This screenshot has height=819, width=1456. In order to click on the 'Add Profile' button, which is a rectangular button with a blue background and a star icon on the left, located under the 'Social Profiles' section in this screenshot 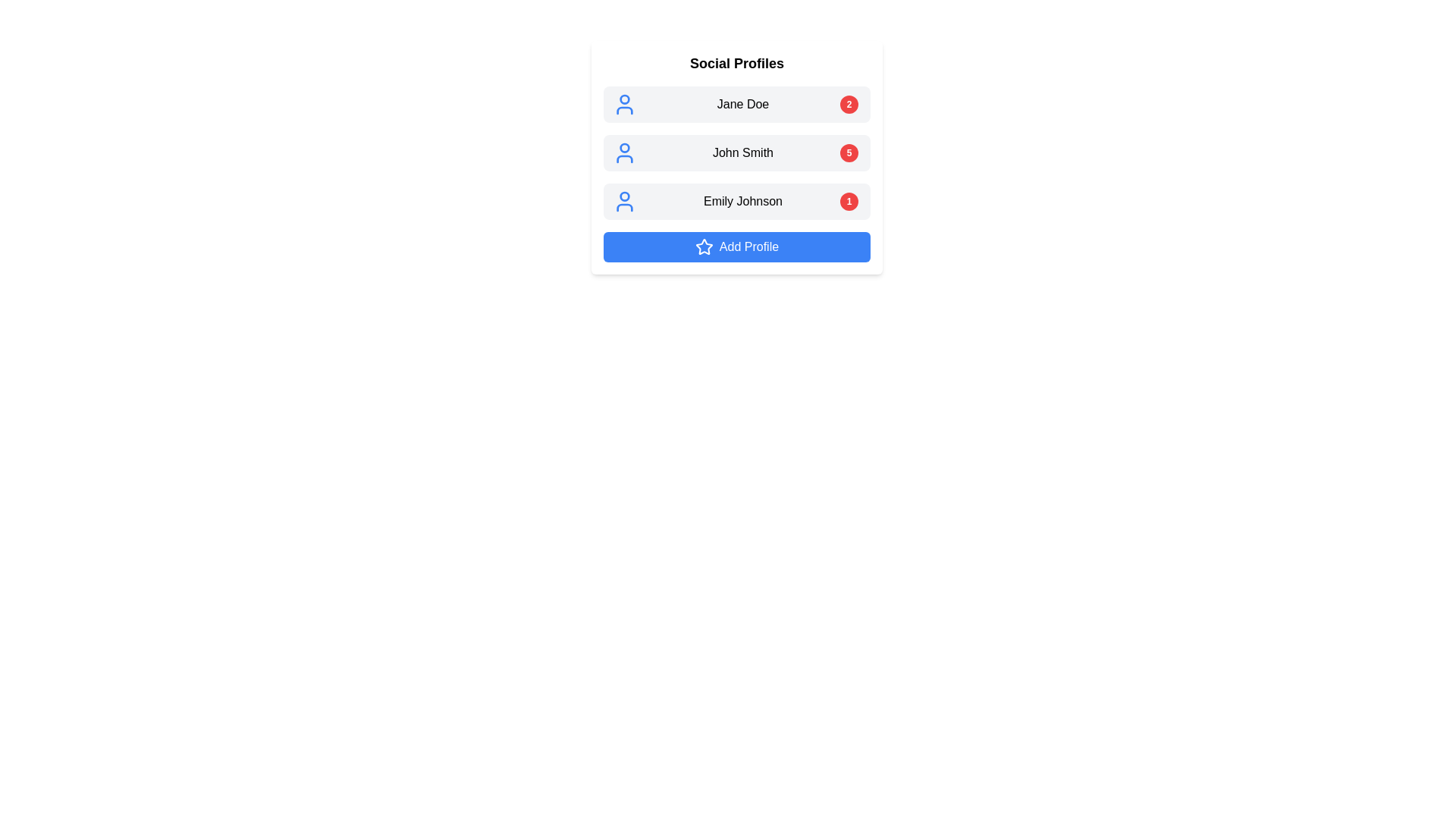, I will do `click(736, 246)`.